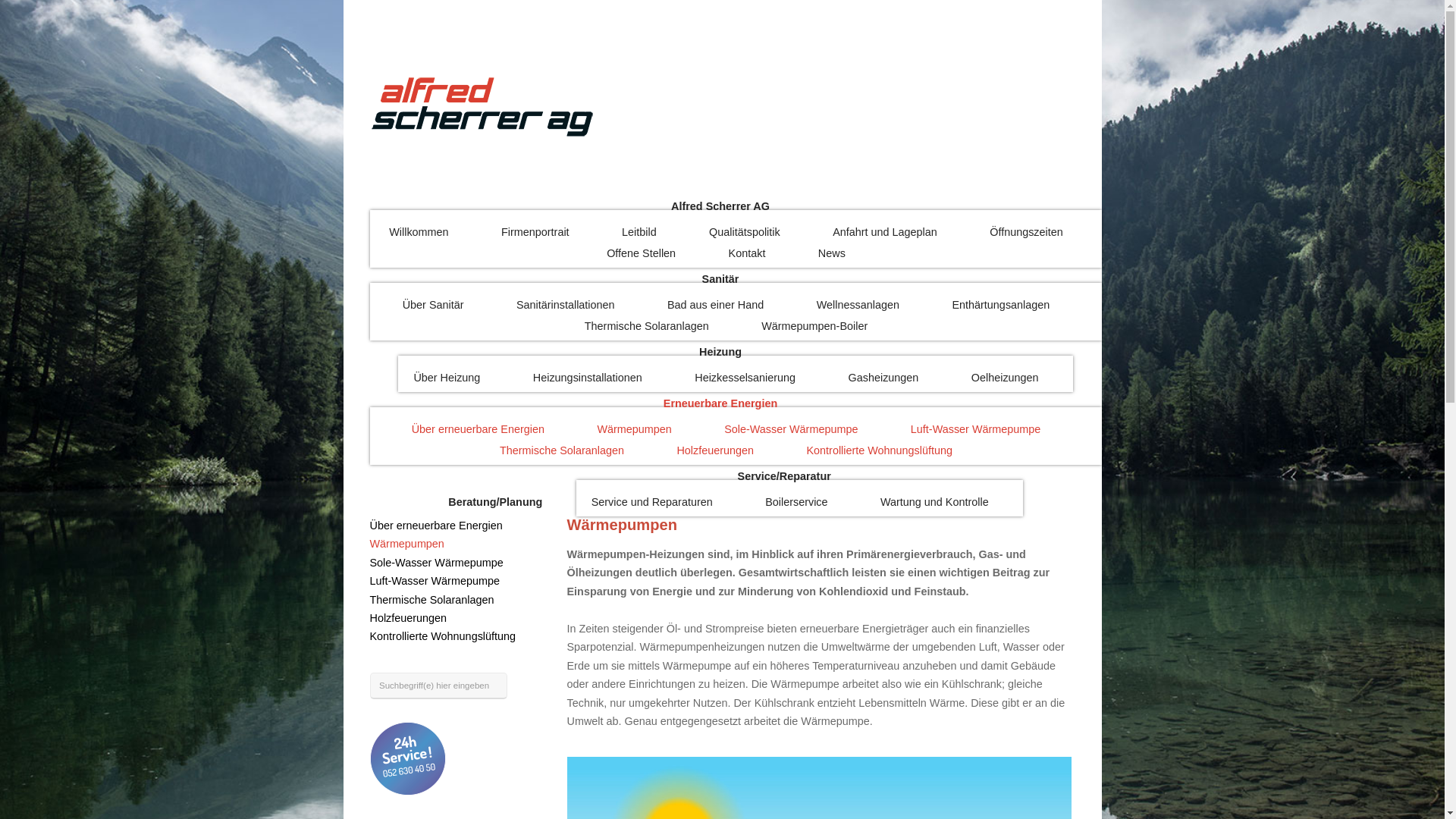 The image size is (1456, 819). I want to click on 'Gasheizungen', so click(847, 380).